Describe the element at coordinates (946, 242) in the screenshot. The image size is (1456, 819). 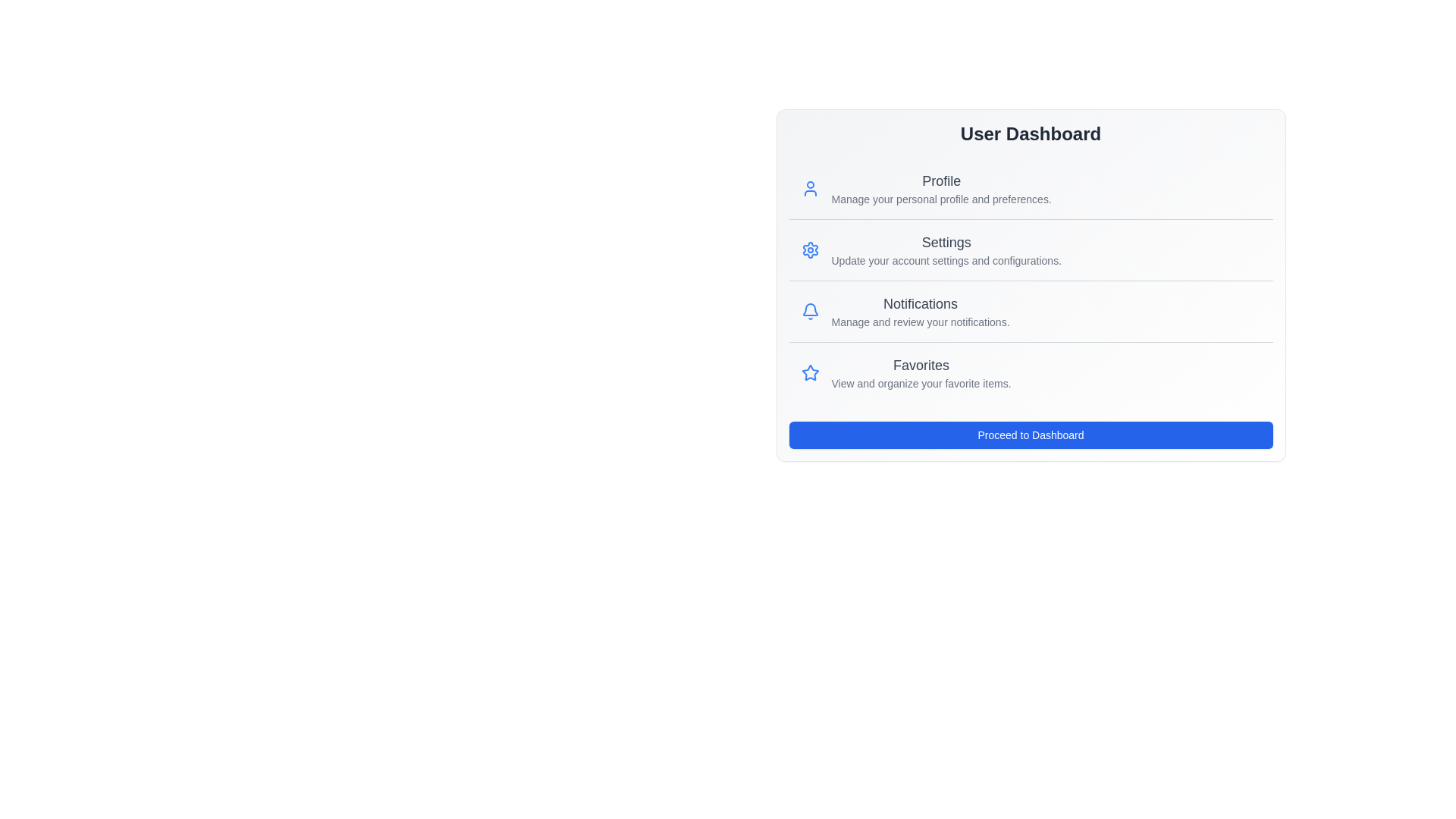
I see `the 'Settings' text label, which is displayed in bold, medium gray font within the 'Settings' section of the user dashboard interface` at that location.